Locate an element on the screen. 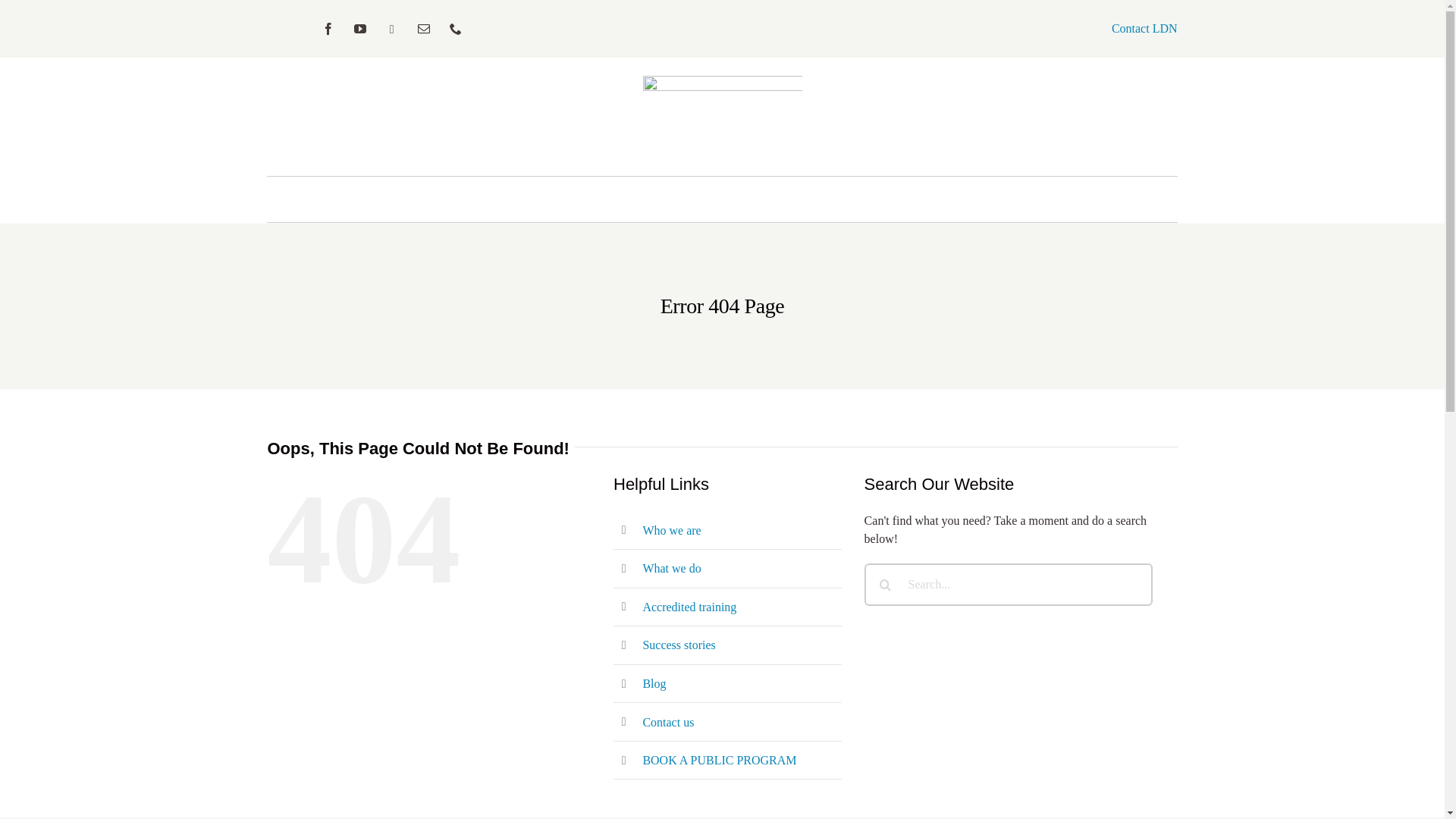 Image resolution: width=1456 pixels, height=819 pixels. 'BOOK A PUBLIC PROGRAM' is located at coordinates (718, 760).